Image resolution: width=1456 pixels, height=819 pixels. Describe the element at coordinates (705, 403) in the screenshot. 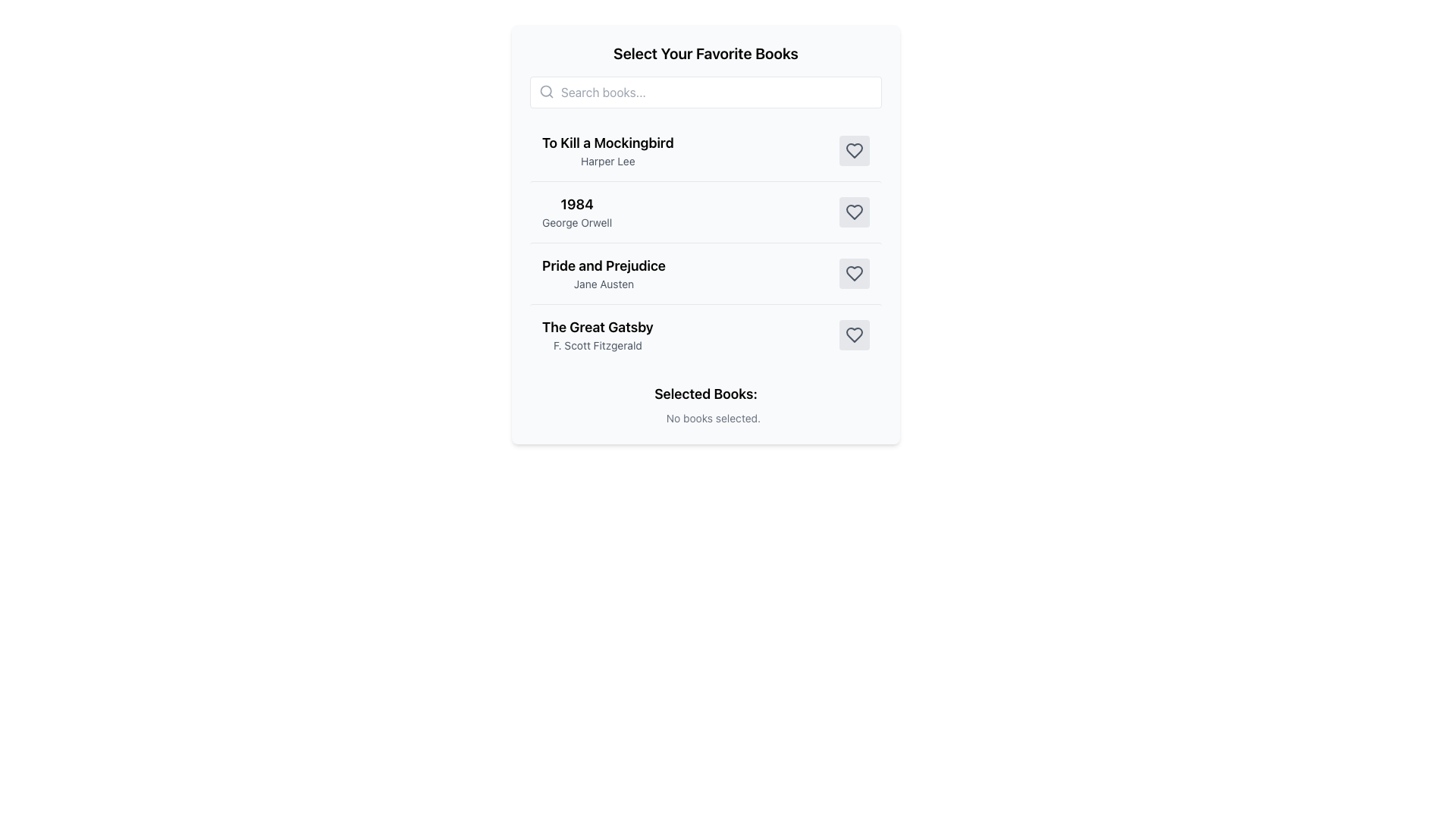

I see `the Text Display that shows a message about selected books, initially indicating that no books have been selected` at that location.